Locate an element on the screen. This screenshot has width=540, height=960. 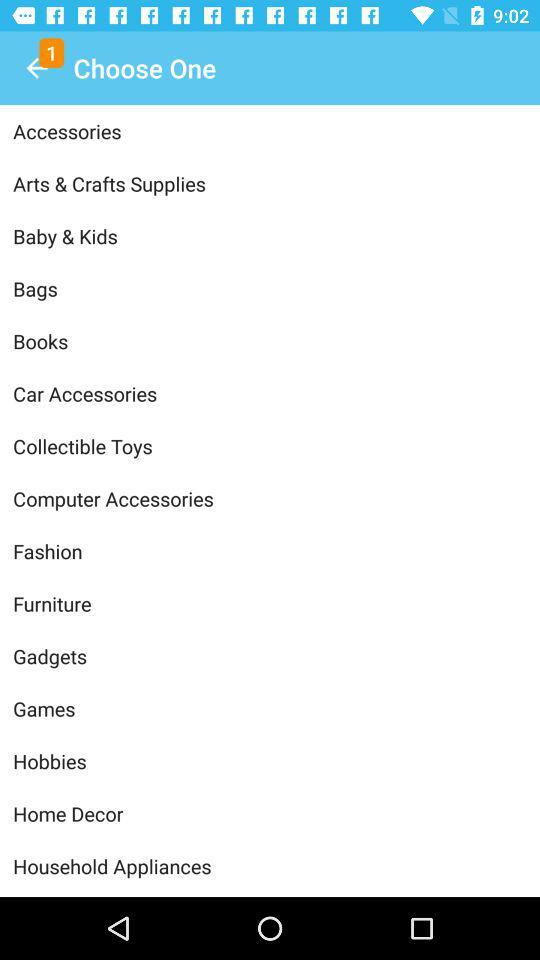
the item below games item is located at coordinates (270, 760).